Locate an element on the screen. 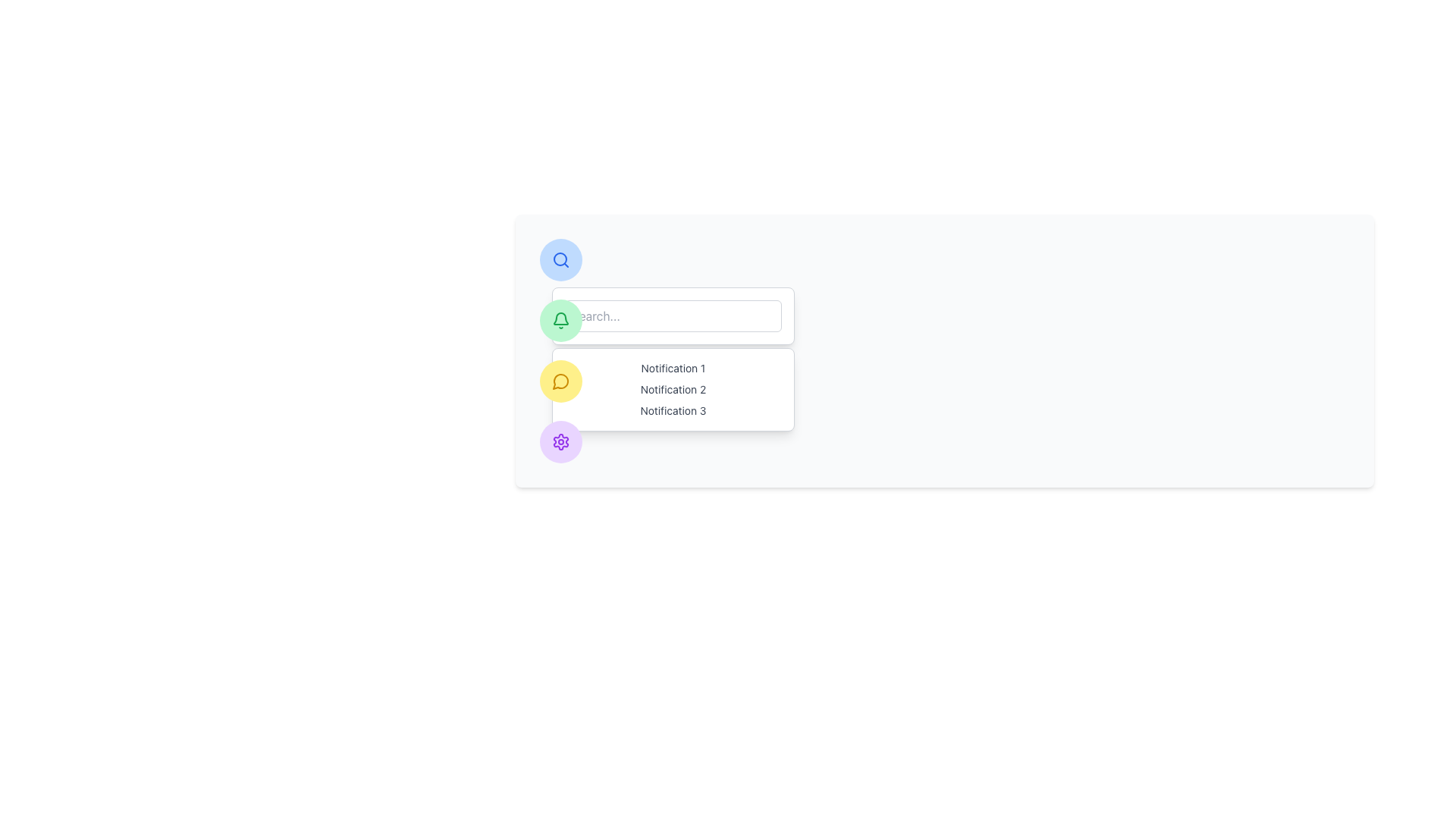 The image size is (1456, 819). the third button in a vertical stack of four buttons, located below the green bell-shaped button and above the purple gear icon button, to observe its hover effect is located at coordinates (560, 380).